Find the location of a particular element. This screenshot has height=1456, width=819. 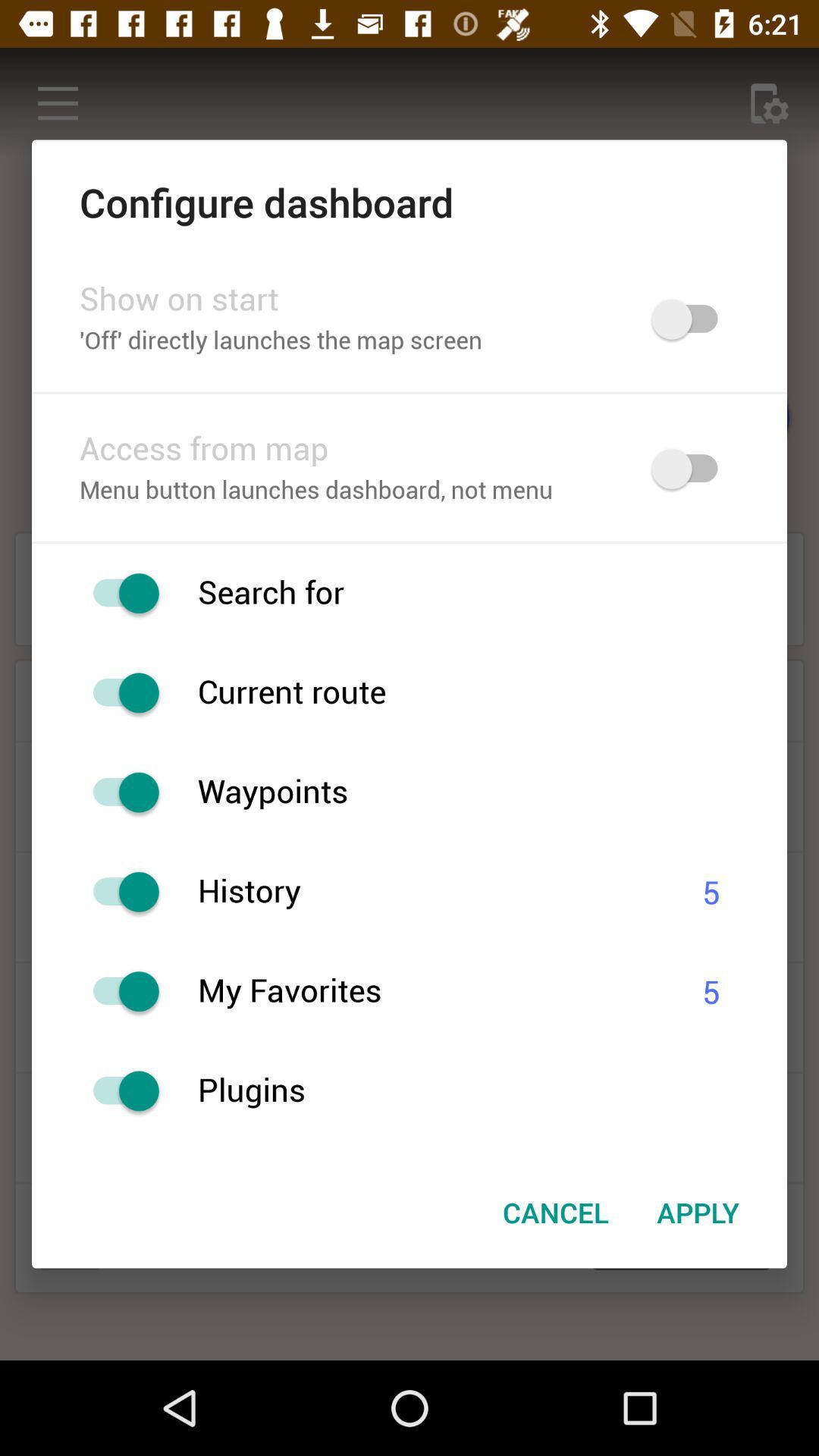

dashboard startup is located at coordinates (692, 318).